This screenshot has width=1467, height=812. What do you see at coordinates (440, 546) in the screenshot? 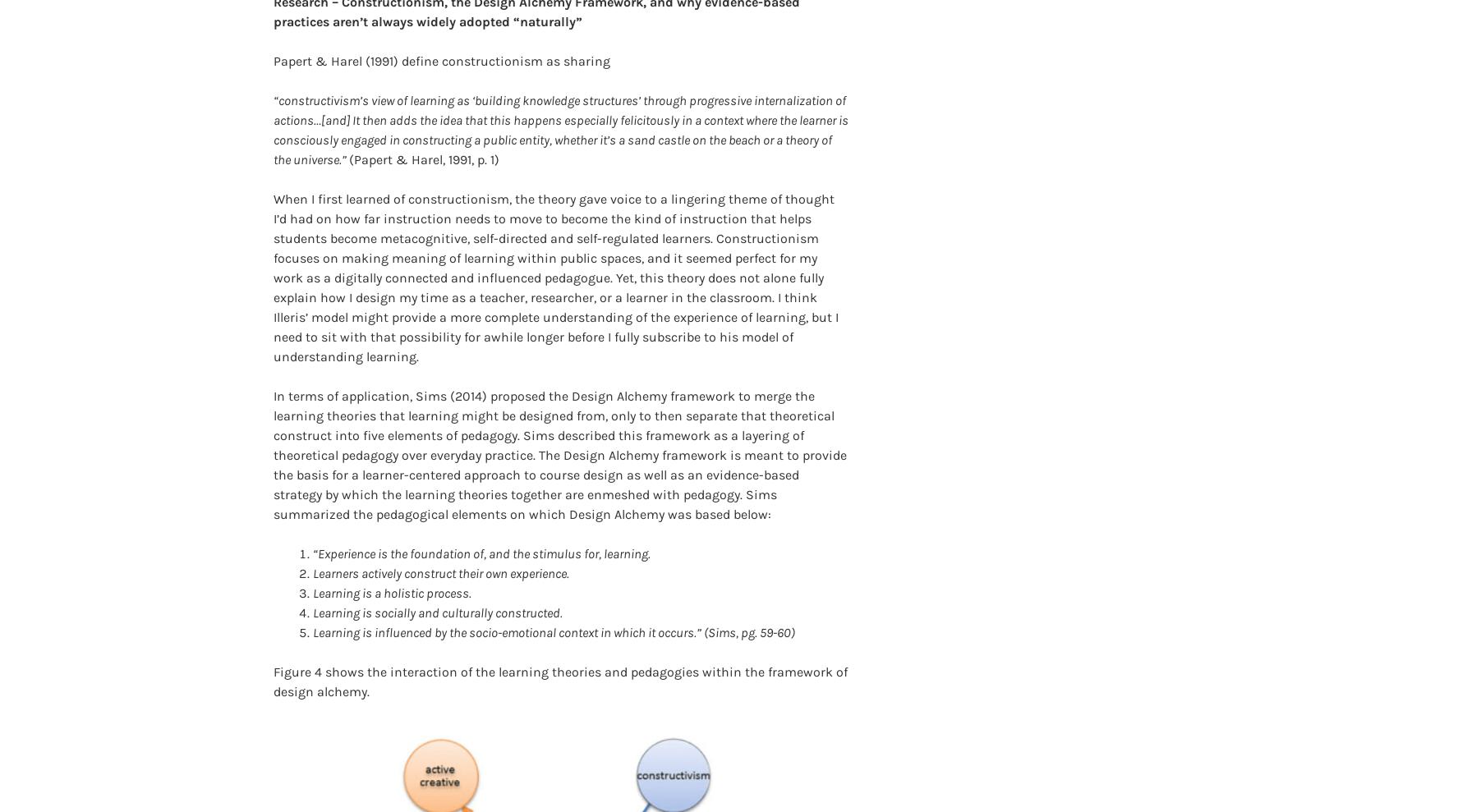
I see `'Learners actively construct their own experience.'` at bounding box center [440, 546].